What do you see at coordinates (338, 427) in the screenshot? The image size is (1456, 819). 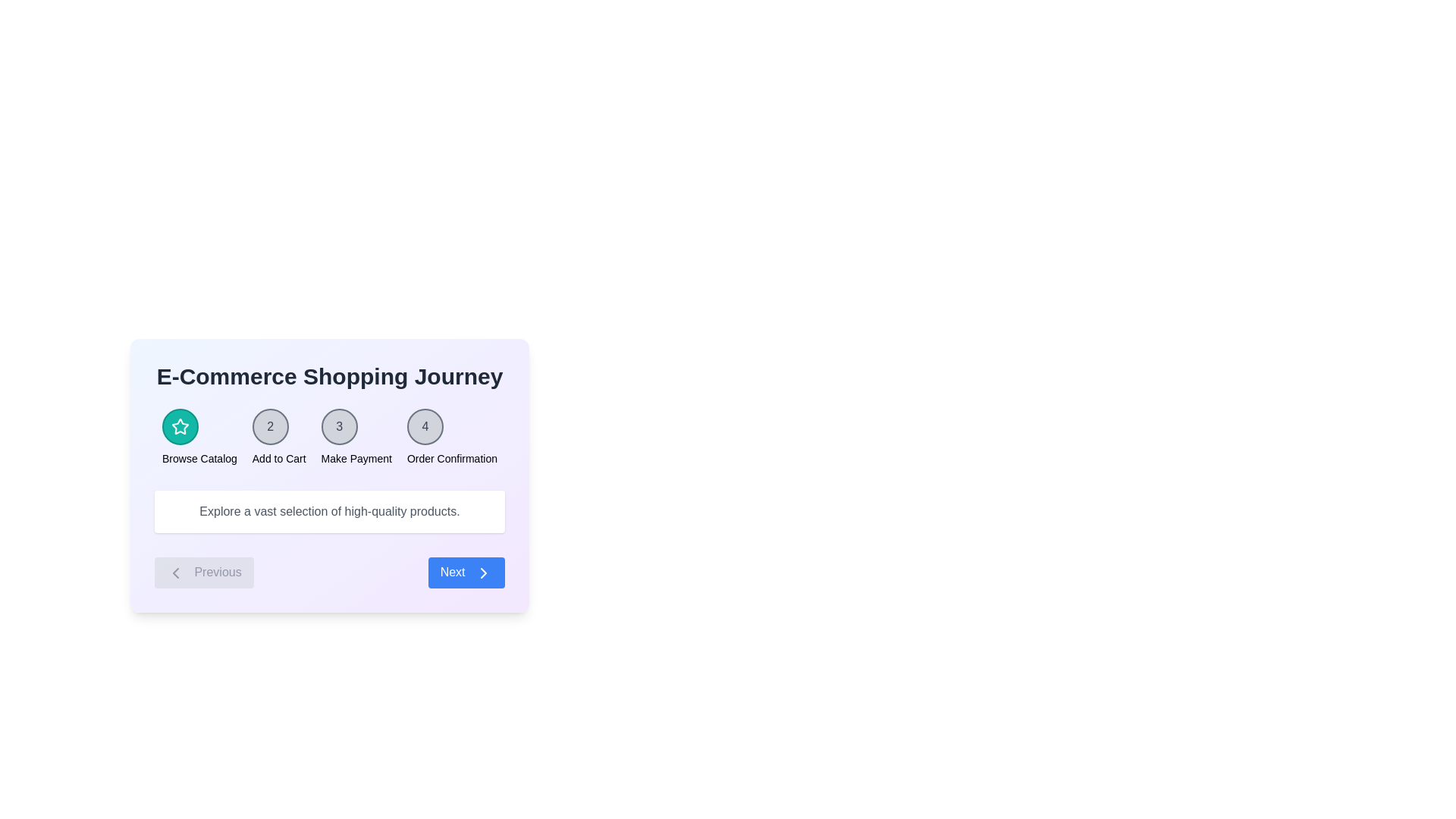 I see `the Circular step indicator button, which visually indicates the 'Make Payment' step in the e-commerce checkout process` at bounding box center [338, 427].